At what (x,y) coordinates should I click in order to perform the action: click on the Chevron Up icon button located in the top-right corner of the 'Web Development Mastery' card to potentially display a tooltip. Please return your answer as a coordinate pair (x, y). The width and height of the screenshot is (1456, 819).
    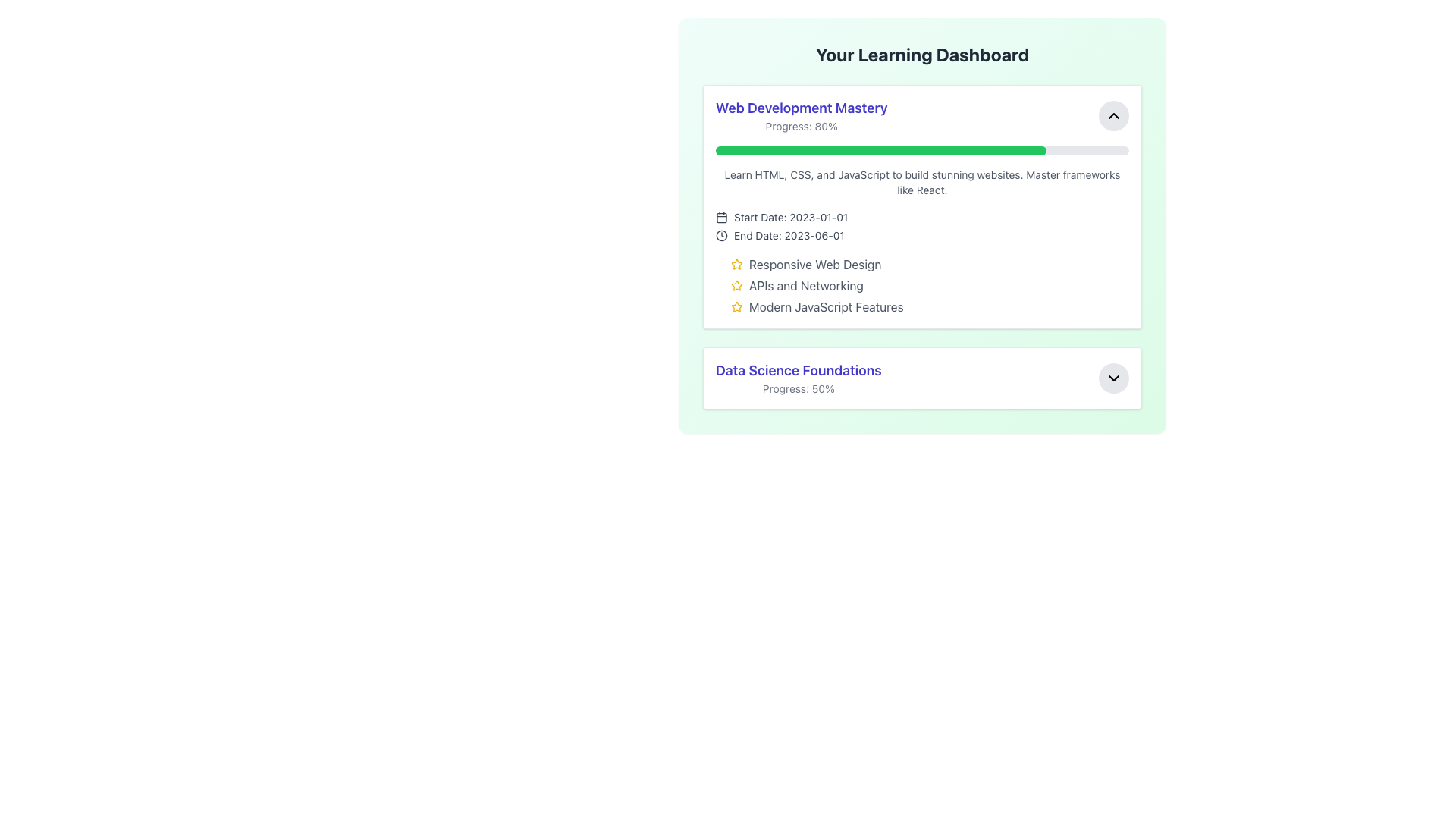
    Looking at the image, I should click on (1113, 115).